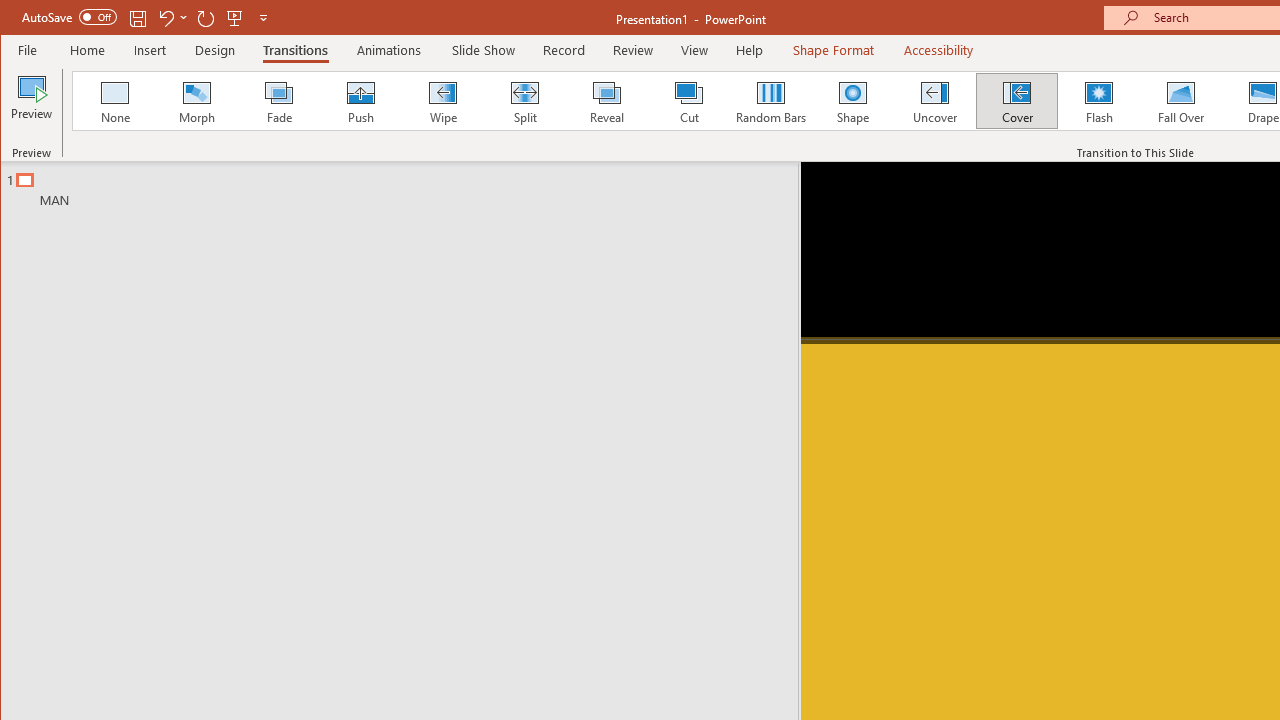 The width and height of the screenshot is (1280, 720). I want to click on 'Wipe', so click(441, 100).